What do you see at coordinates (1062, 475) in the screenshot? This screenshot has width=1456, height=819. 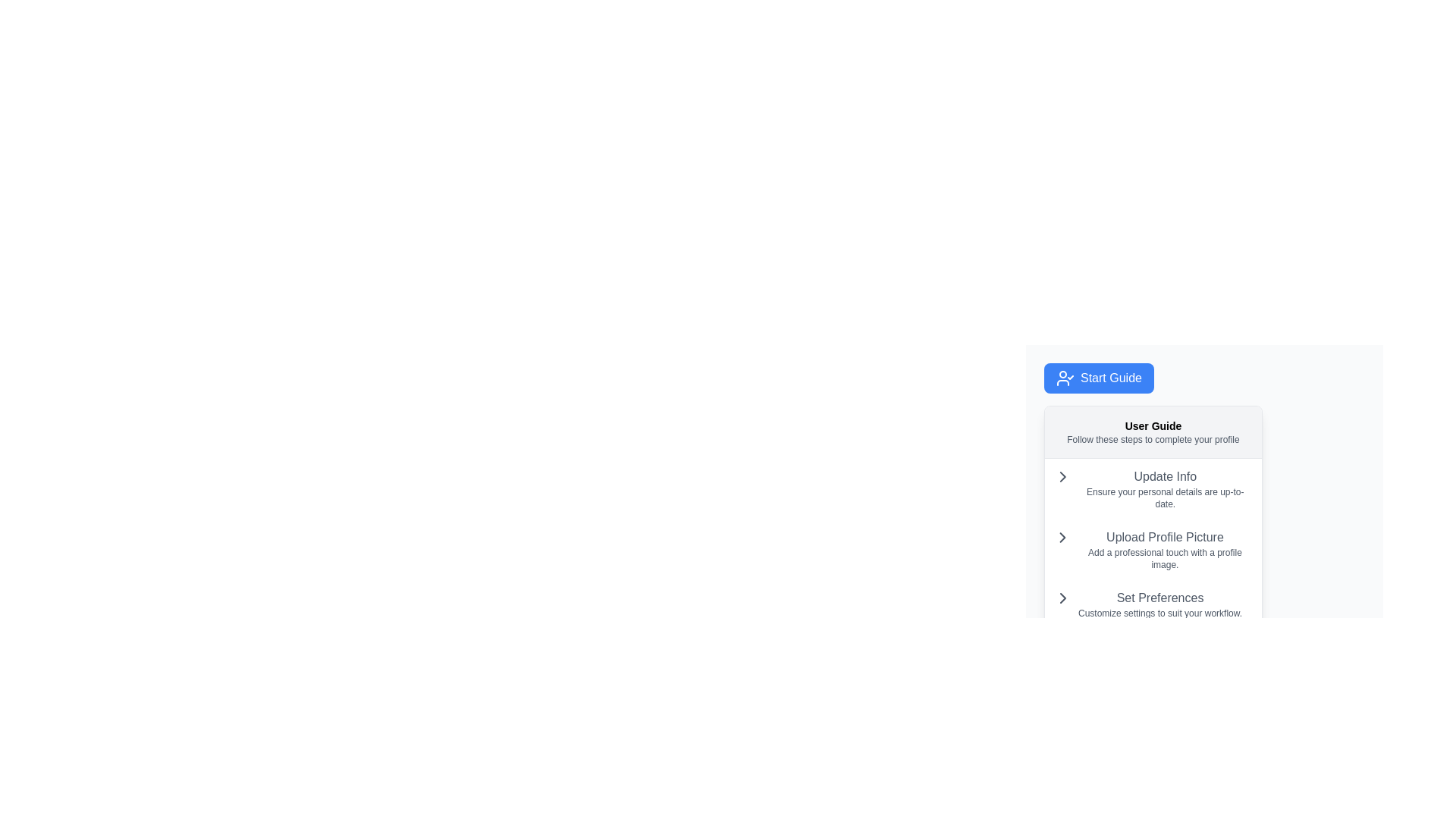 I see `the chevron icon located to the left of the 'Update Info' text in the 'User Guide' card section to observe its visual change` at bounding box center [1062, 475].